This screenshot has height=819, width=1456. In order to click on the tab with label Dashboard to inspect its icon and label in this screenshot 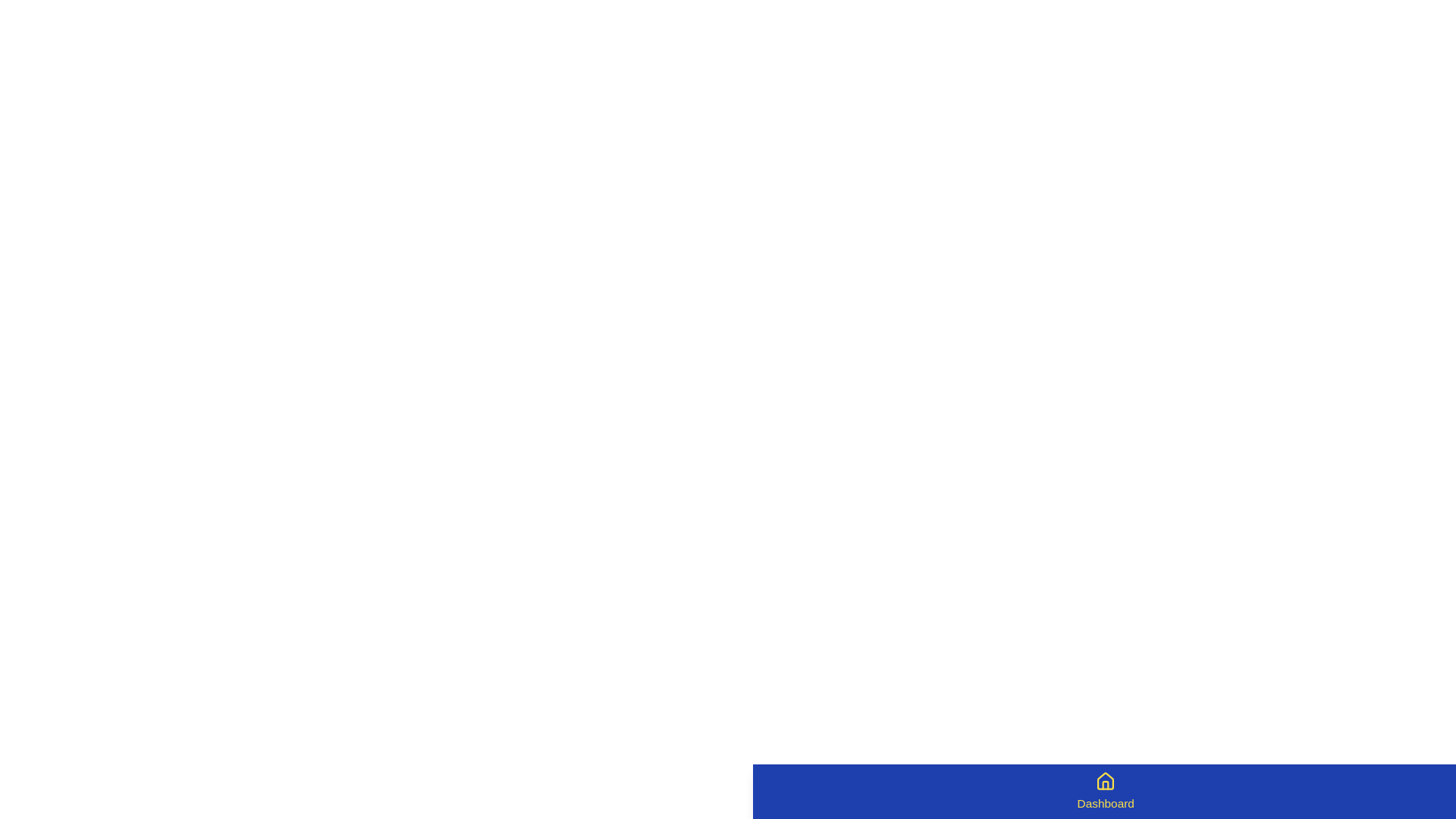, I will do `click(1106, 791)`.